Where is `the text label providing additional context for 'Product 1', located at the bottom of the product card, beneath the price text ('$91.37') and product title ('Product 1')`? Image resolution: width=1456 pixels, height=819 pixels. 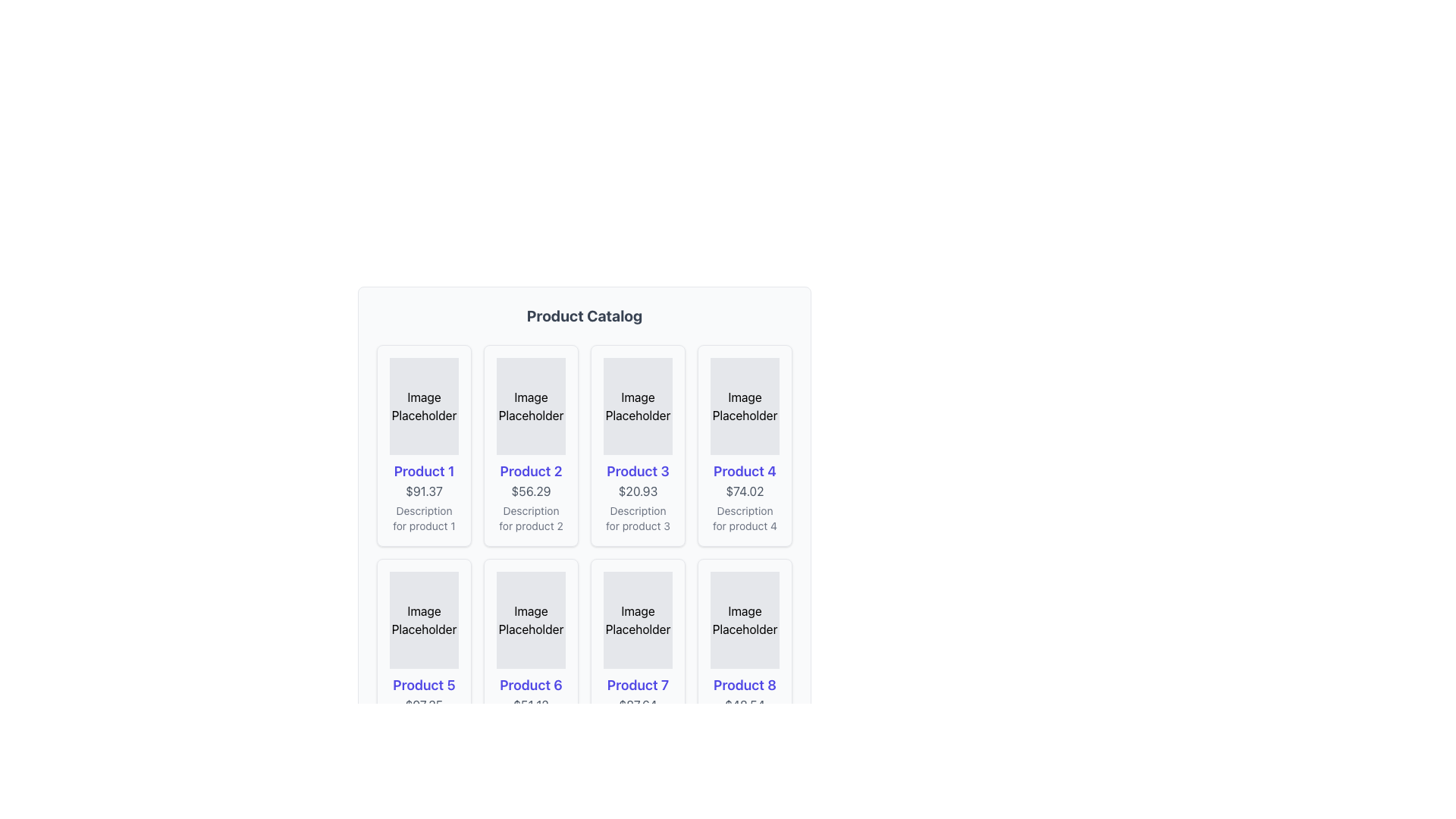
the text label providing additional context for 'Product 1', located at the bottom of the product card, beneath the price text ('$91.37') and product title ('Product 1') is located at coordinates (424, 517).